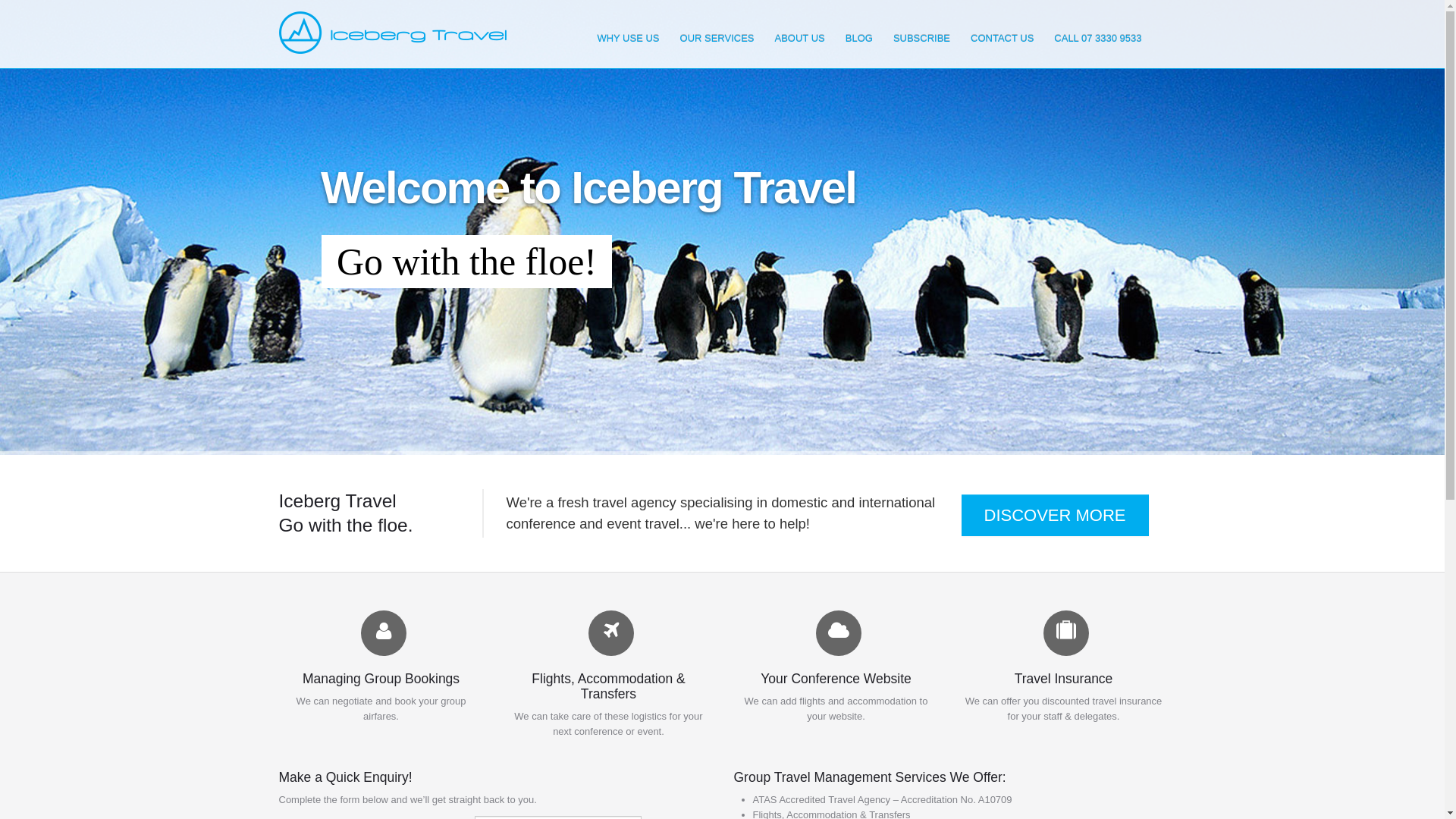 The width and height of the screenshot is (1456, 819). Describe the element at coordinates (1002, 37) in the screenshot. I see `'CONTACT US'` at that location.